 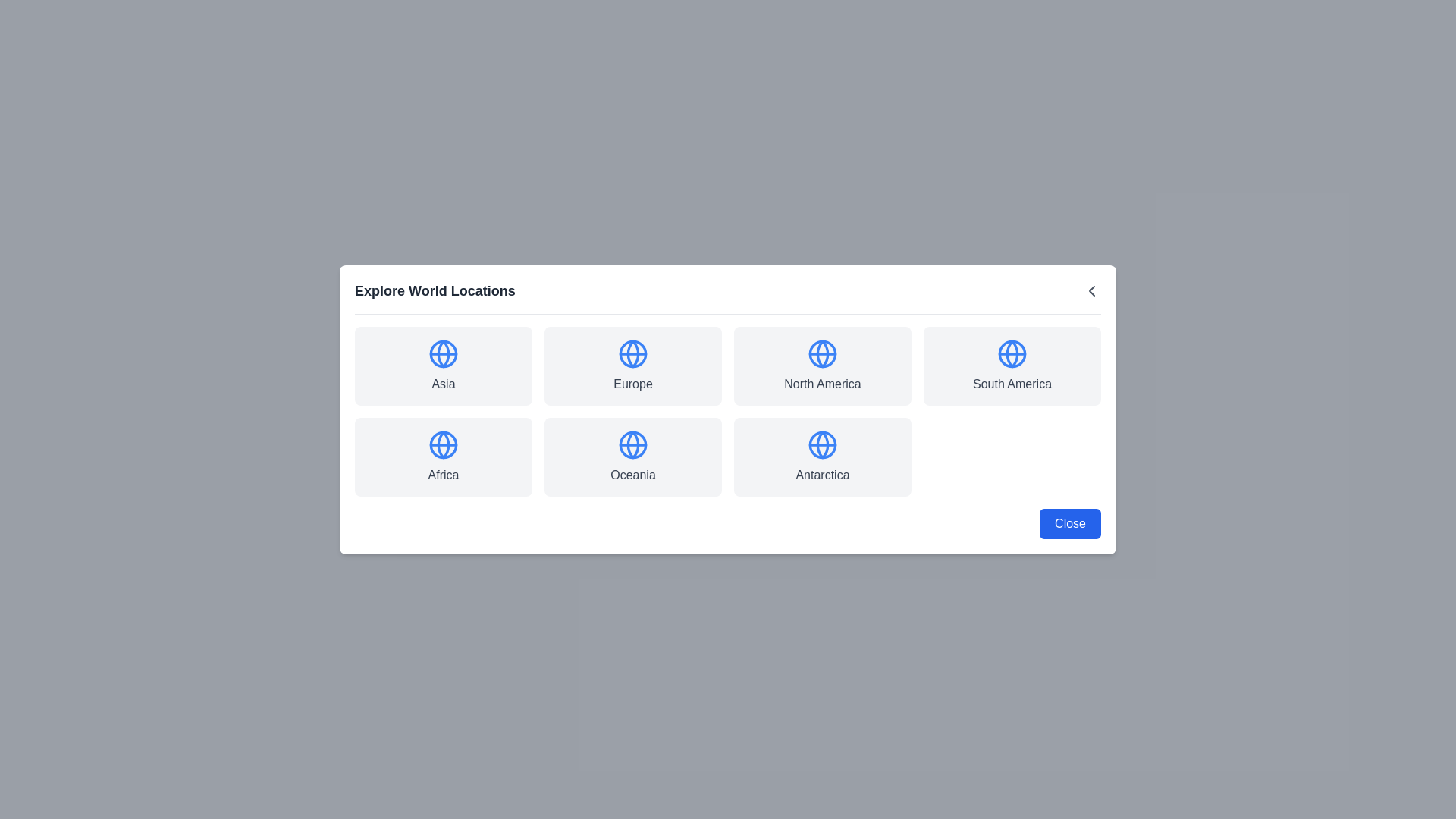 What do you see at coordinates (443, 456) in the screenshot?
I see `the location Africa to select it` at bounding box center [443, 456].